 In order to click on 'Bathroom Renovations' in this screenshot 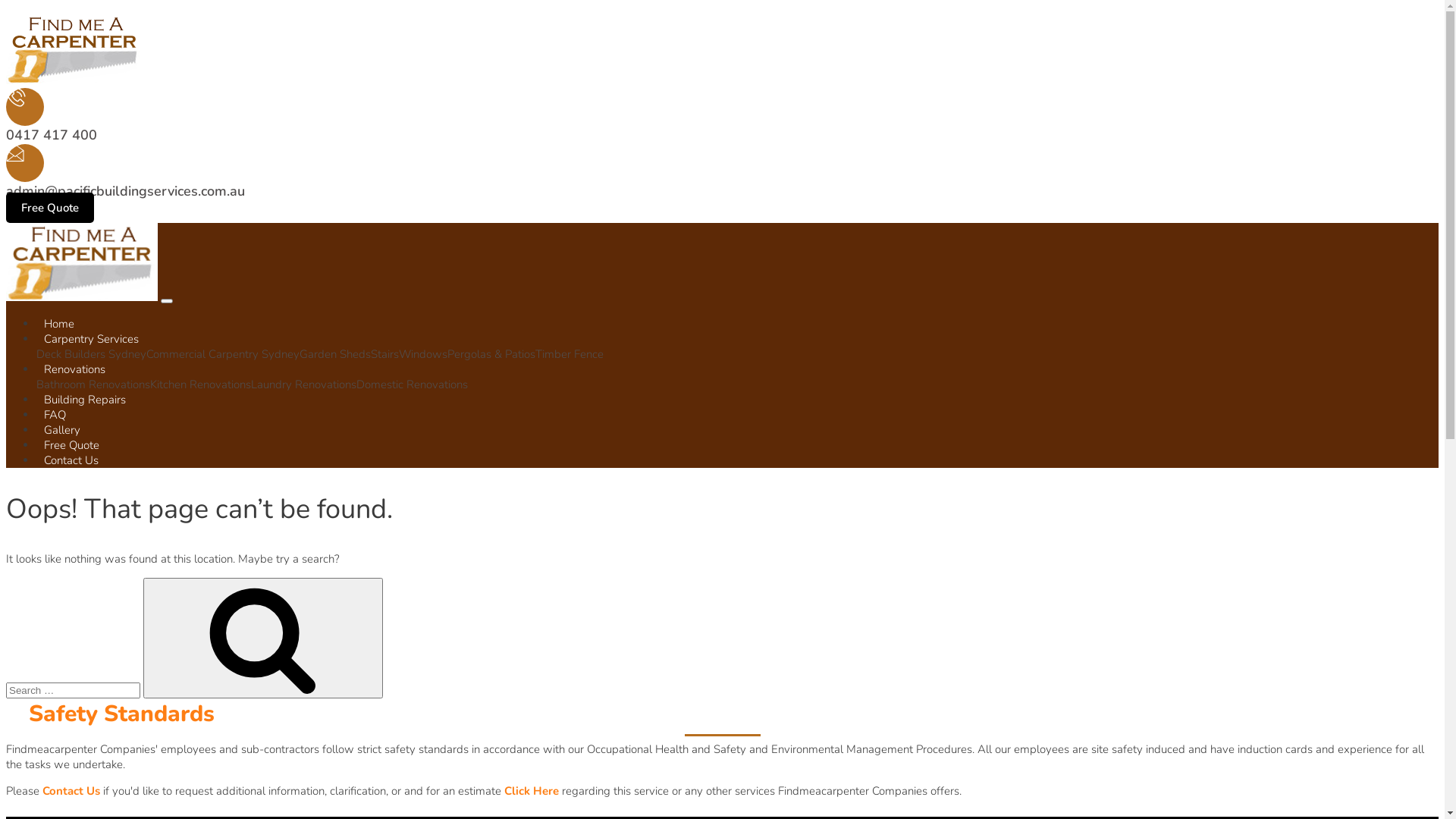, I will do `click(93, 383)`.